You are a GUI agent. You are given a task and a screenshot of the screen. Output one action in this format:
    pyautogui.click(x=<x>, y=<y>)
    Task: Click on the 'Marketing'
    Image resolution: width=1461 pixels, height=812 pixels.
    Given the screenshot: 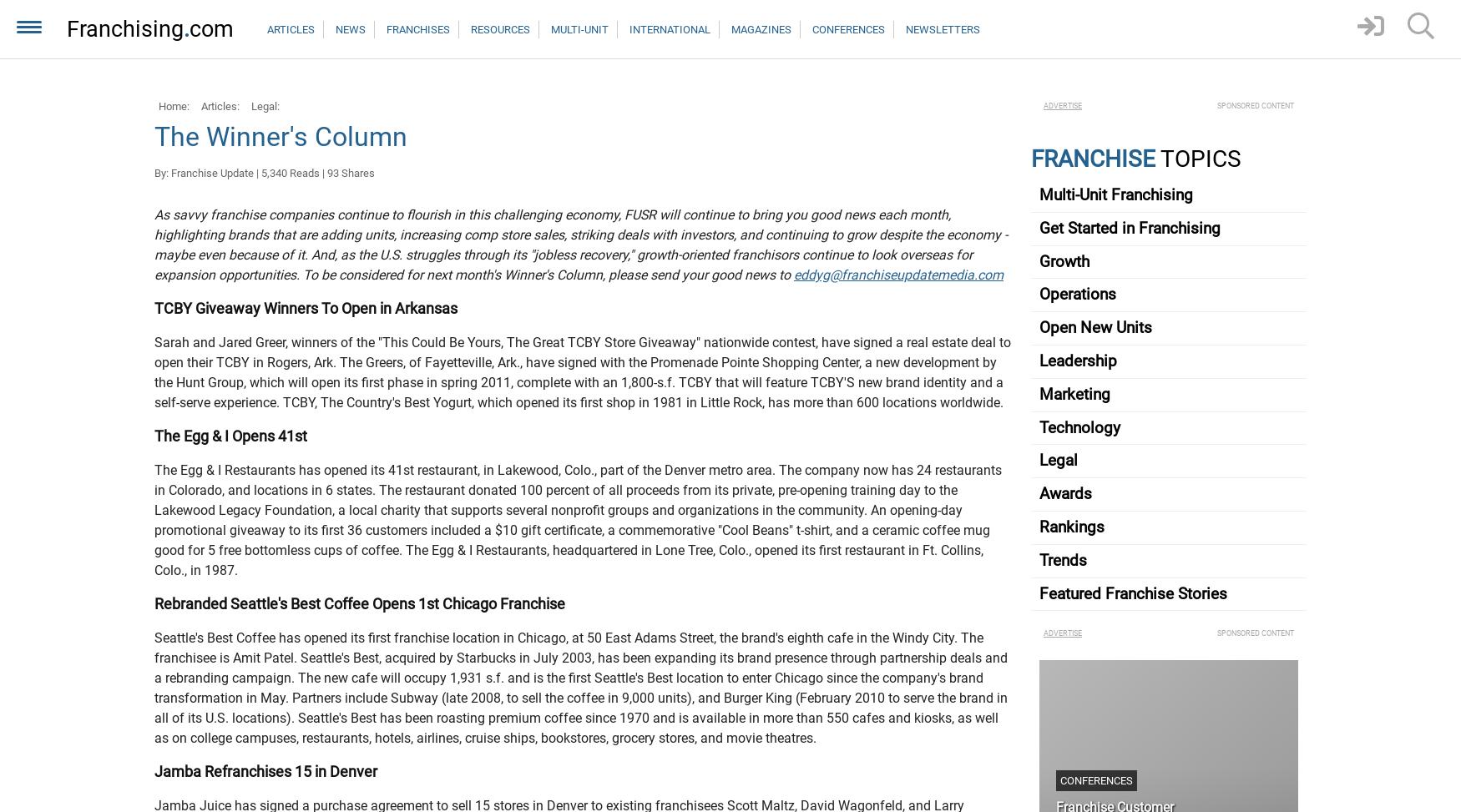 What is the action you would take?
    pyautogui.click(x=1074, y=393)
    